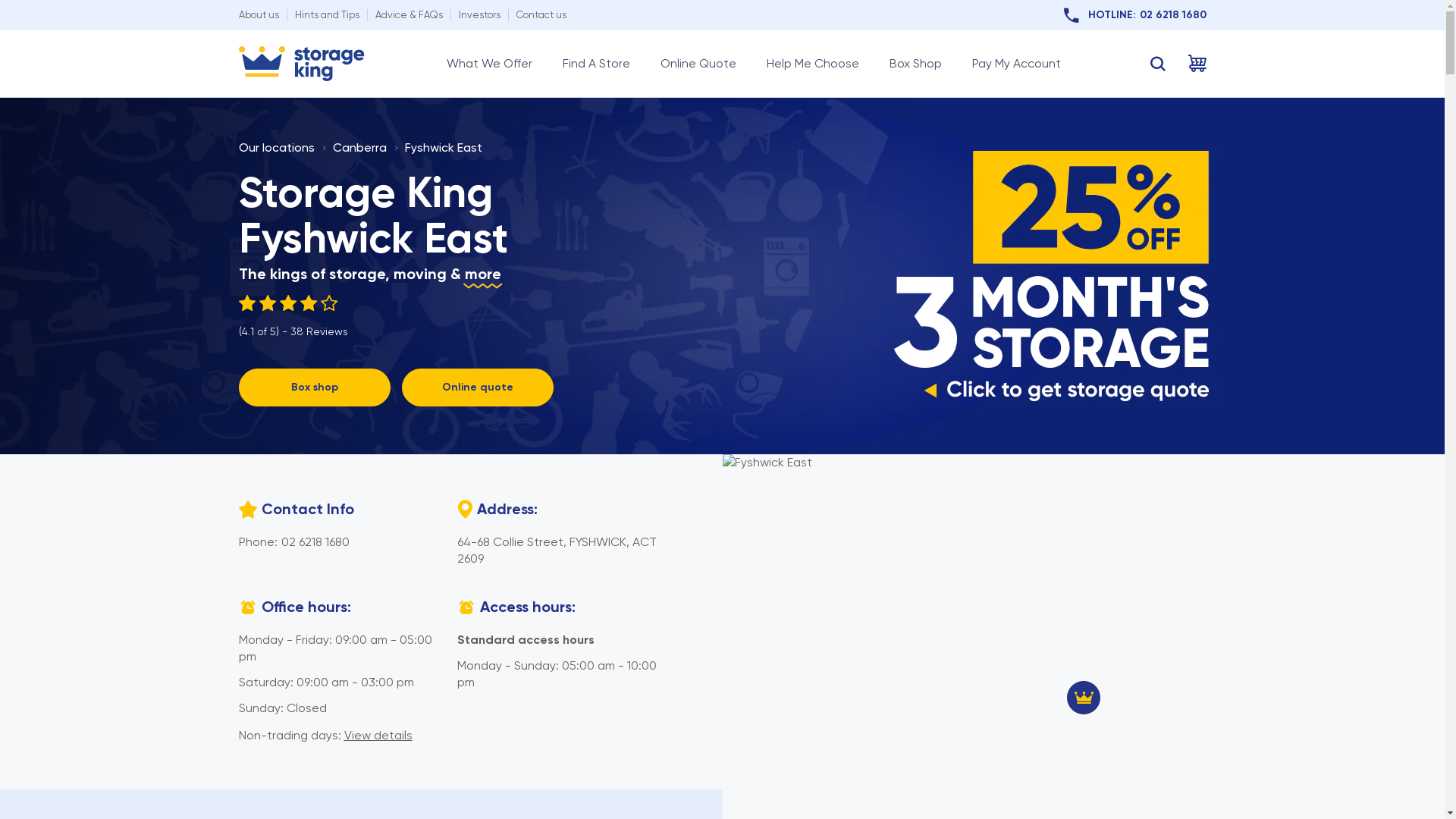 The height and width of the screenshot is (819, 1456). Describe the element at coordinates (408, 14) in the screenshot. I see `'Advice & FAQs'` at that location.